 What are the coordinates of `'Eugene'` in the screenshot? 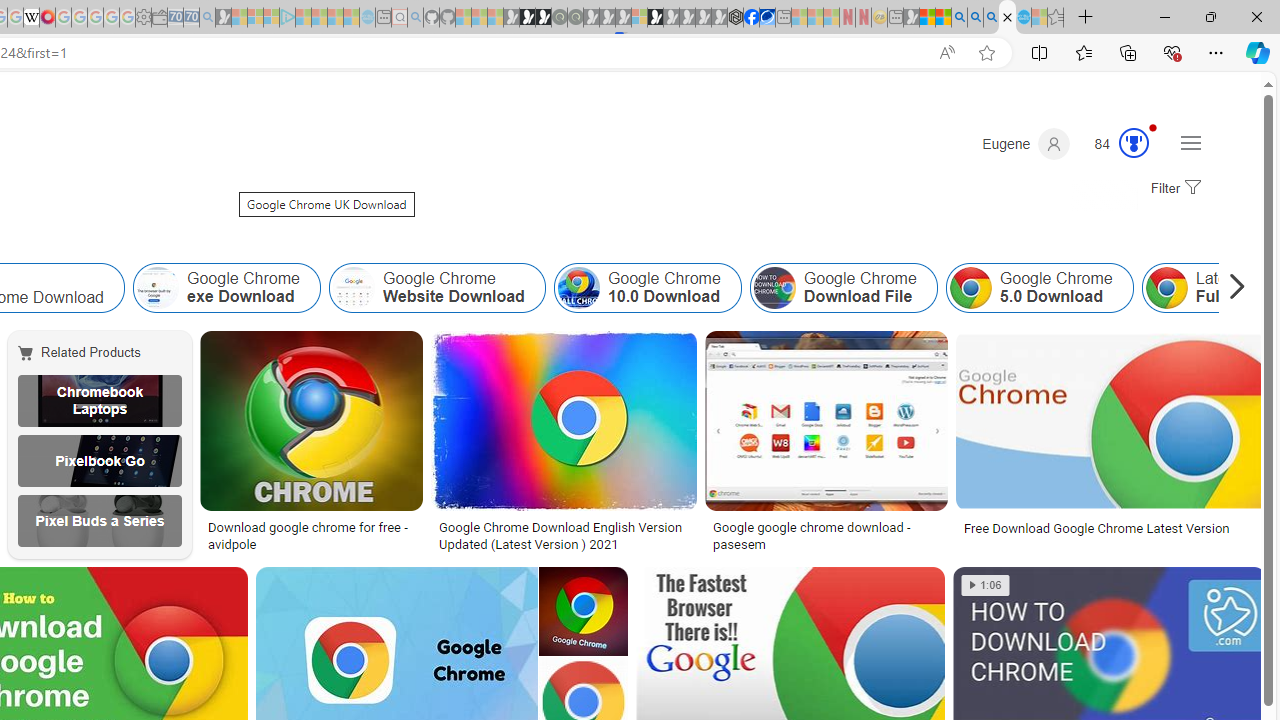 It's located at (1026, 143).